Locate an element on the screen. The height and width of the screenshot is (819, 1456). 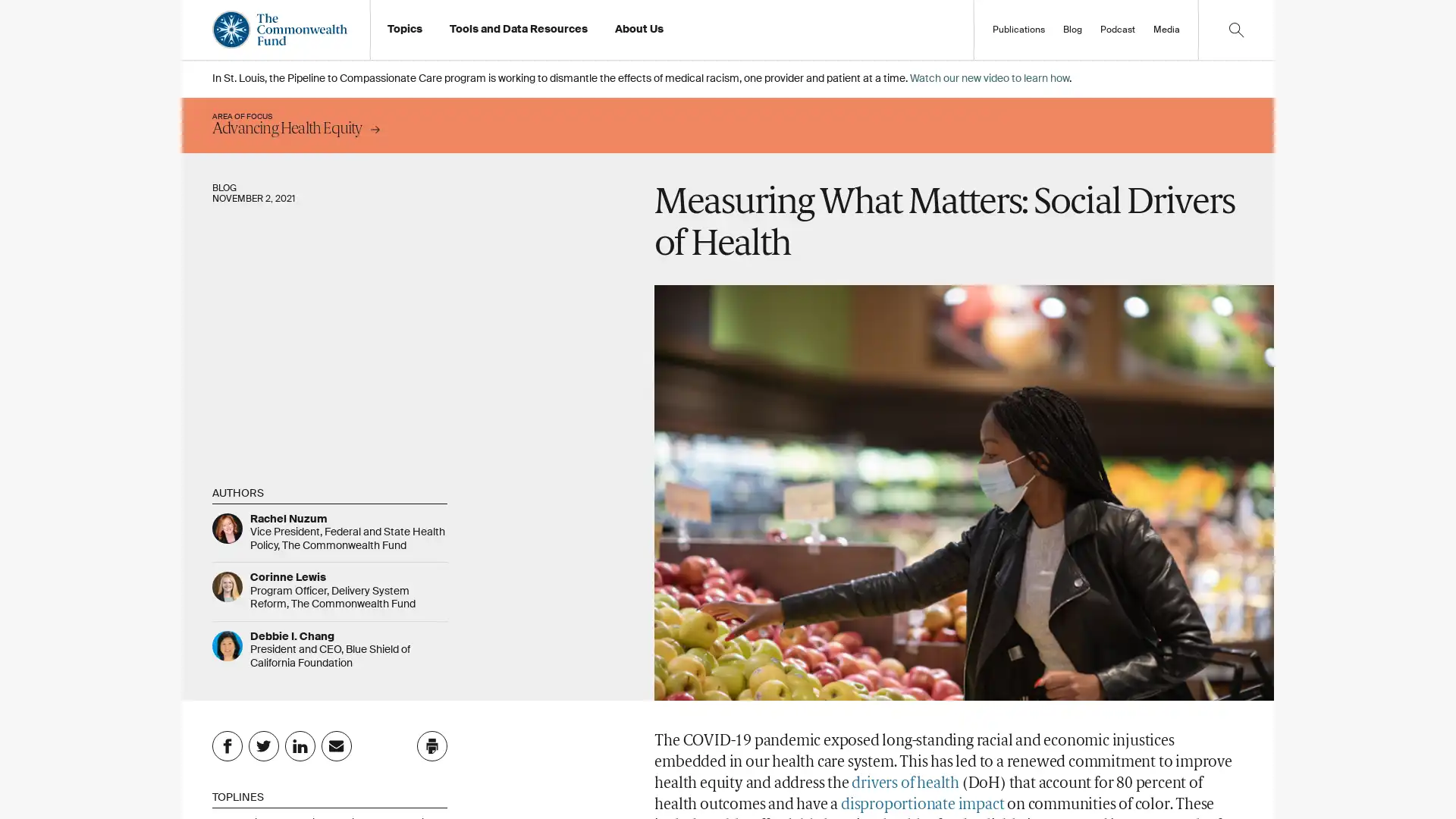
Click to print this page is located at coordinates (431, 745).